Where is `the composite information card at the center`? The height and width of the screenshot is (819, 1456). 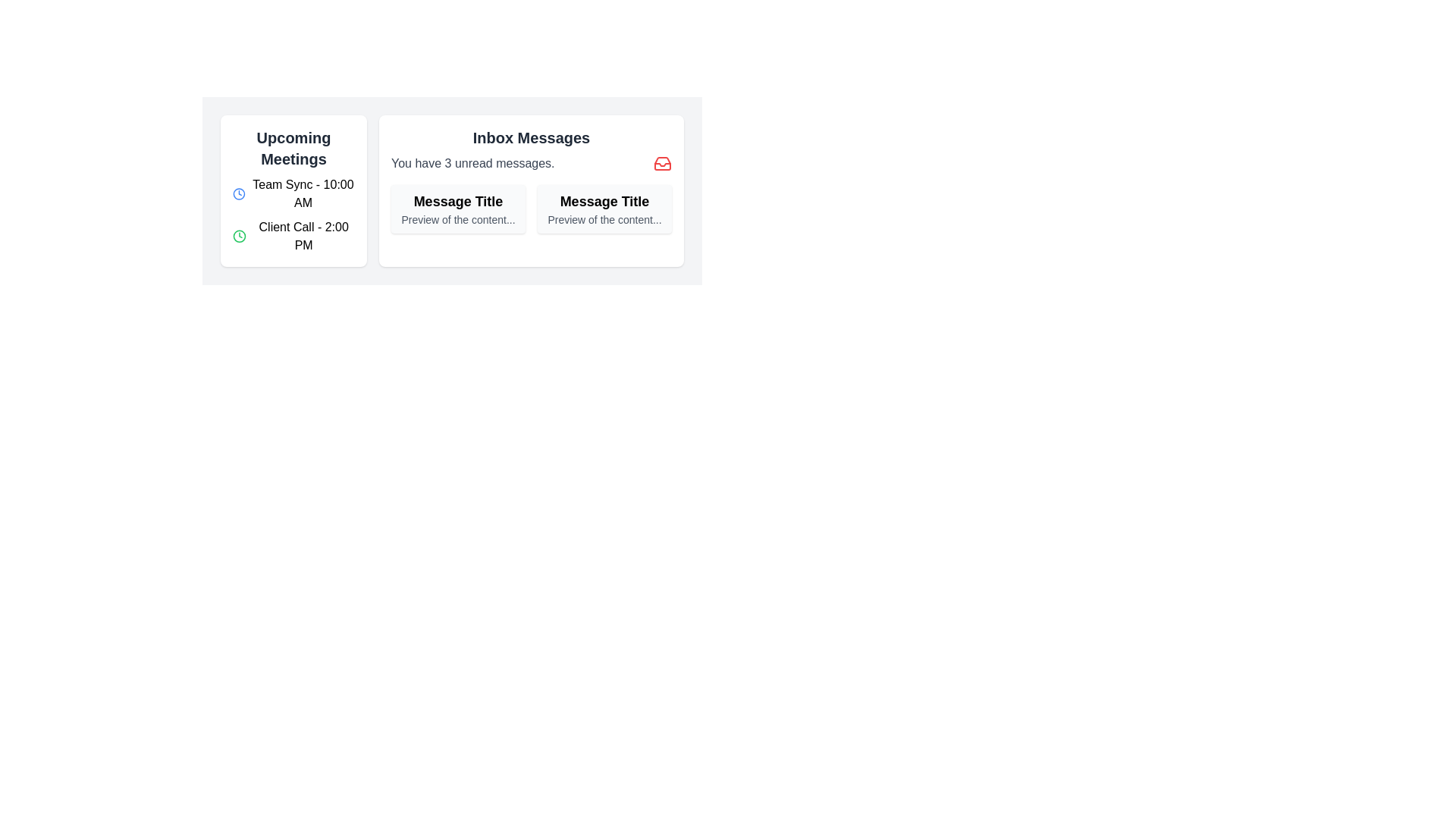 the composite information card at the center is located at coordinates (451, 190).